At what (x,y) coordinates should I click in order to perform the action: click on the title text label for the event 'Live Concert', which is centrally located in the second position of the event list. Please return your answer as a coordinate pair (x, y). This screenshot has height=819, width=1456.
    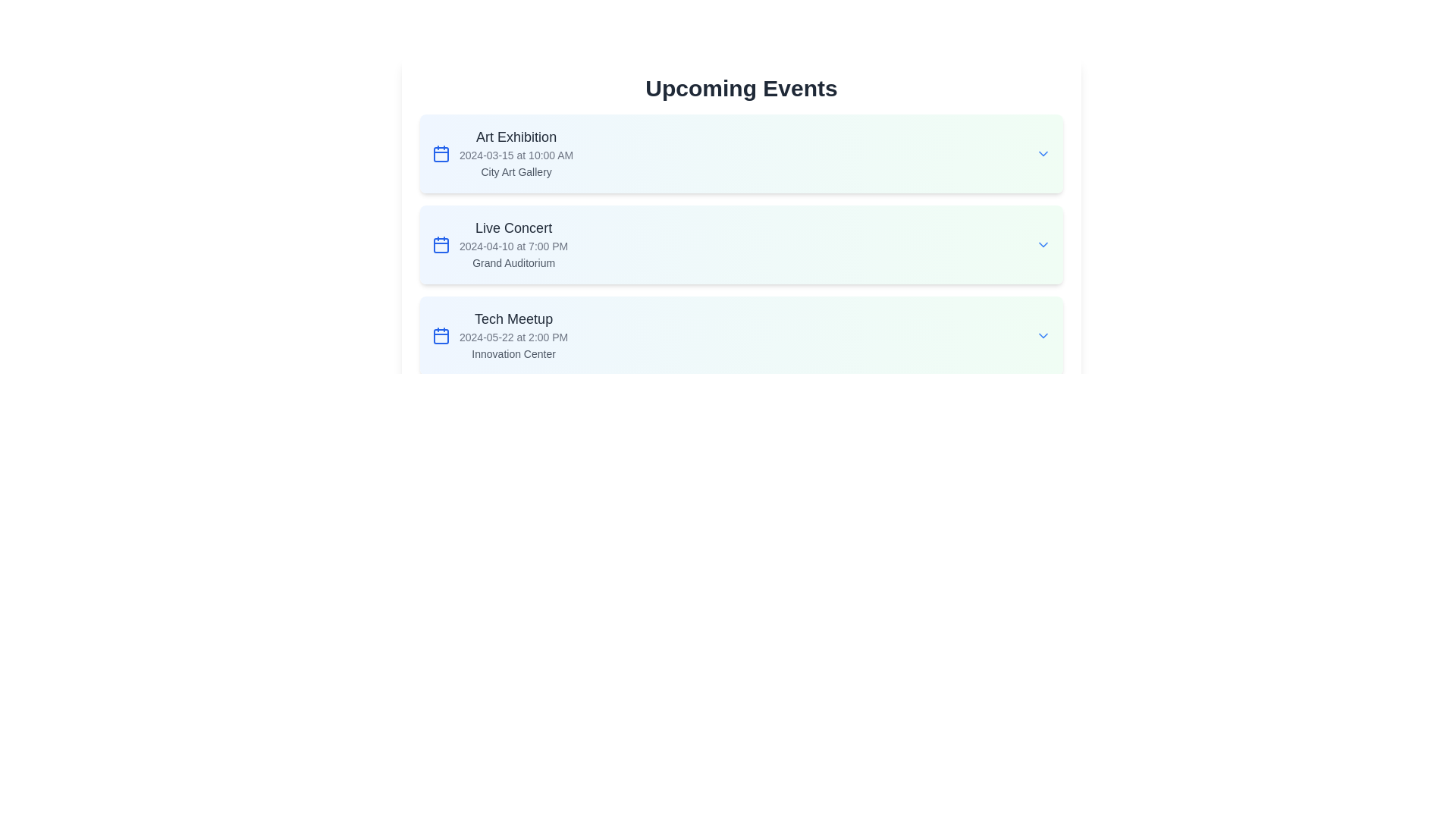
    Looking at the image, I should click on (513, 227).